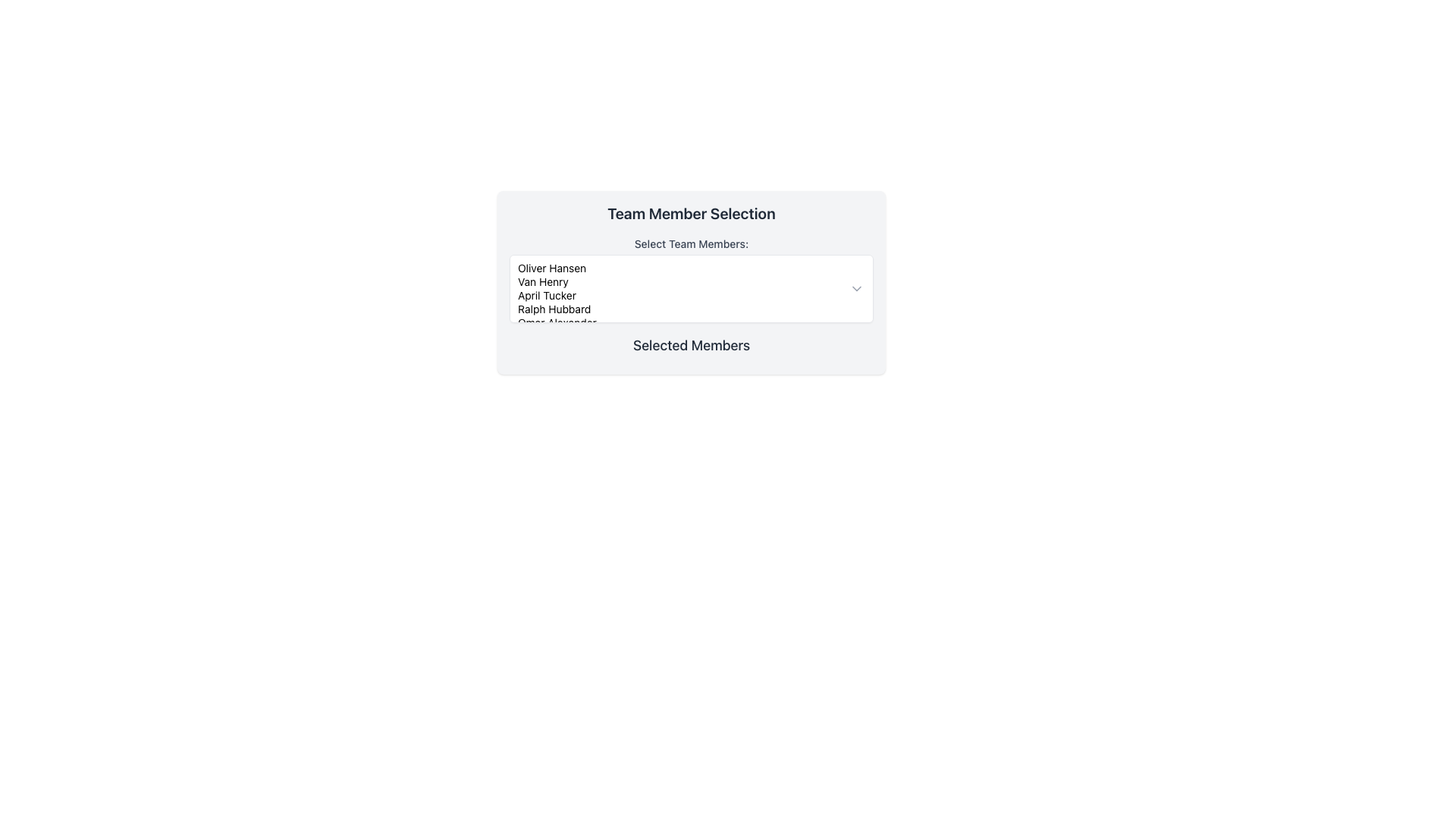 Image resolution: width=1456 pixels, height=819 pixels. I want to click on to select the dropdown list item displaying 'Omar Alexander' in black font against a white background, which is the fifth item in the dropdown list, so click(679, 322).